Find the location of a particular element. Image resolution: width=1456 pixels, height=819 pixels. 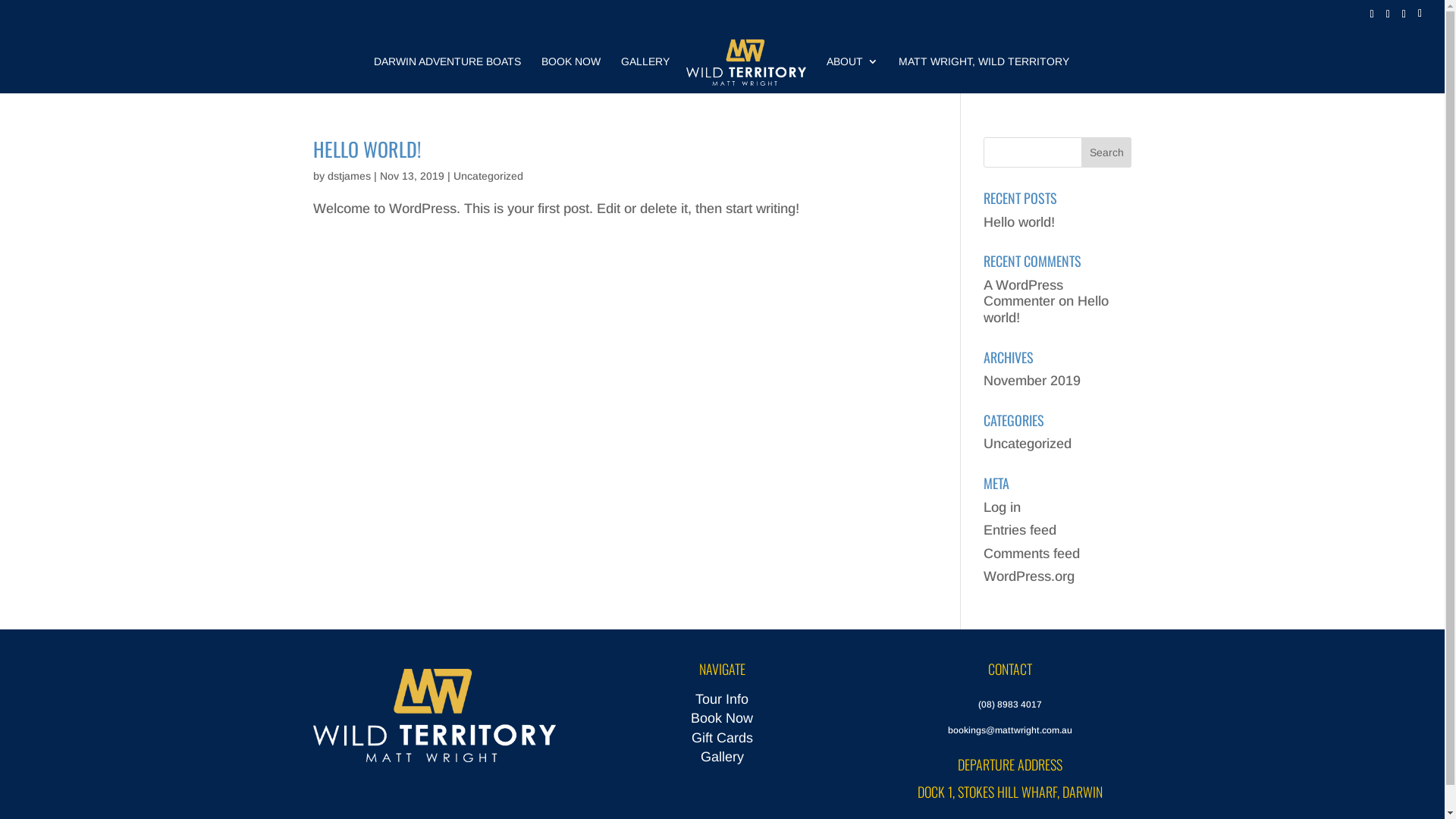

'November 2019' is located at coordinates (1031, 379).